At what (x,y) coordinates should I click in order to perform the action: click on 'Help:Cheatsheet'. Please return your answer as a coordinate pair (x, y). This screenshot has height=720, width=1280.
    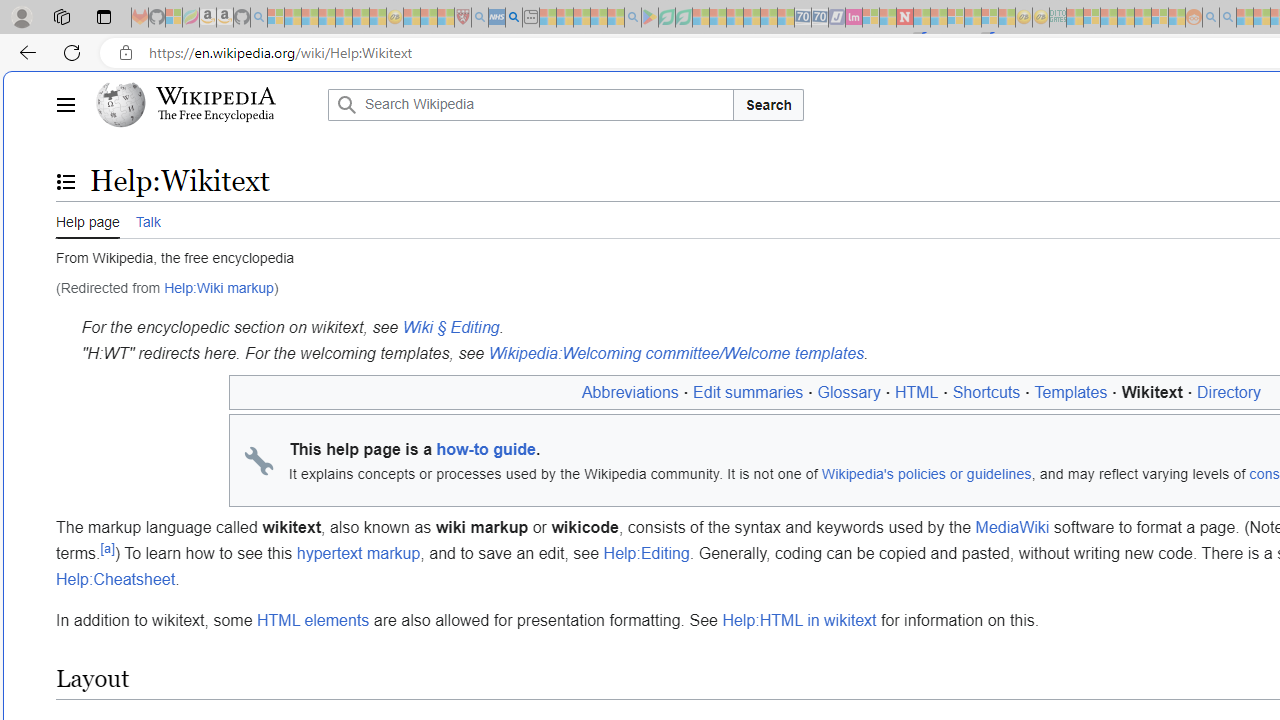
    Looking at the image, I should click on (115, 579).